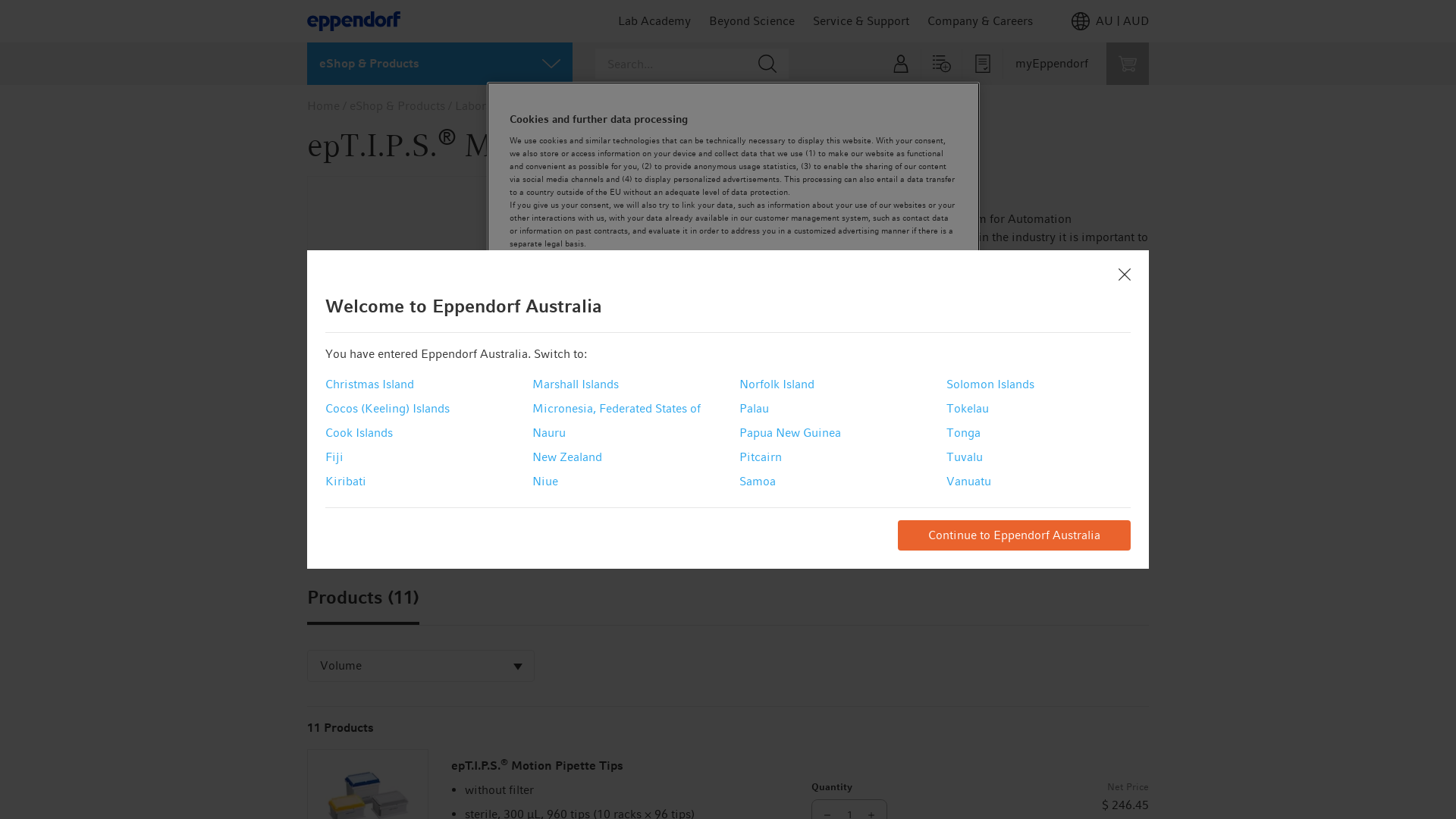  Describe the element at coordinates (566, 456) in the screenshot. I see `'New Zealand'` at that location.